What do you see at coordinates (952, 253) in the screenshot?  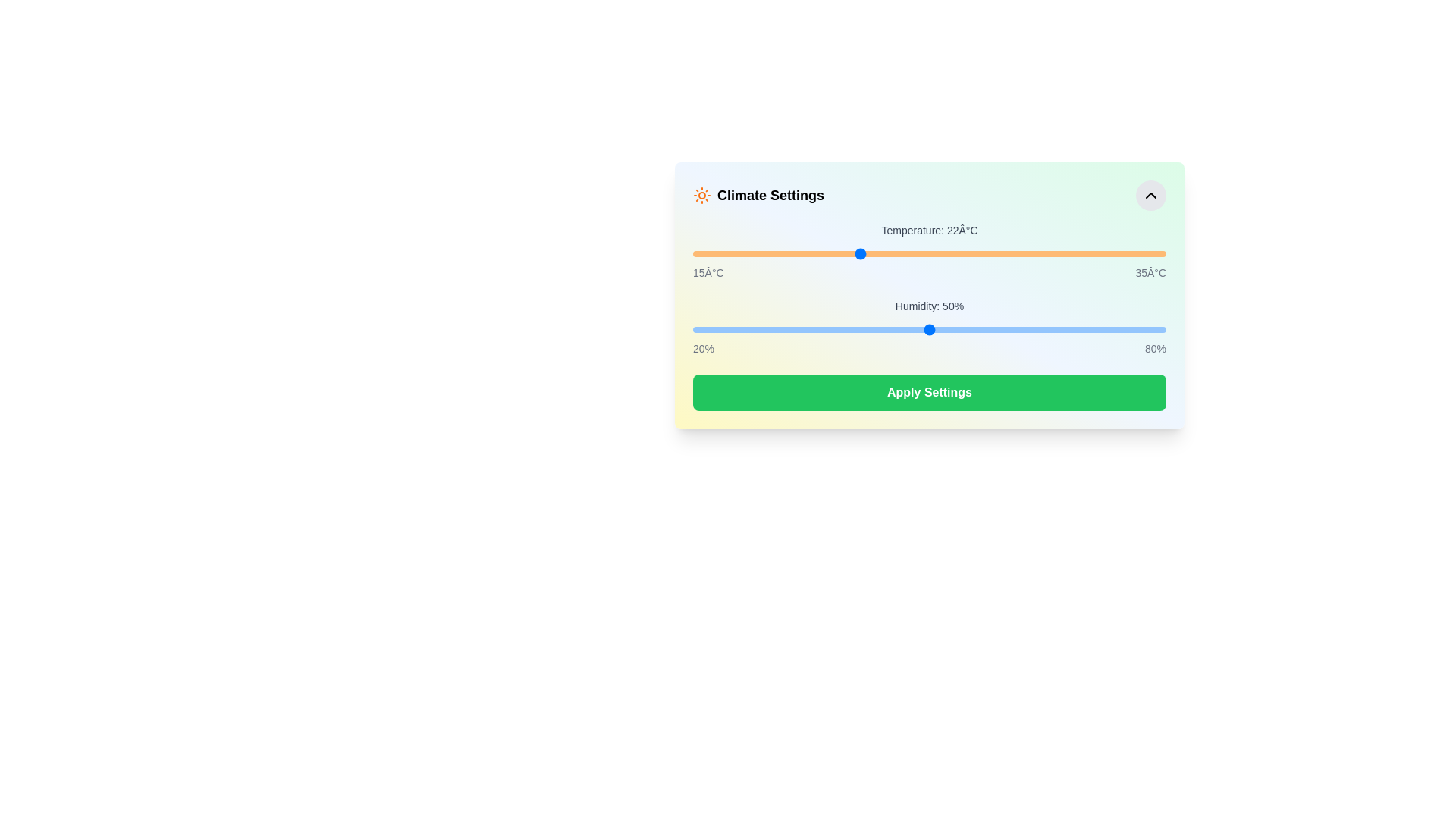 I see `the temperature` at bounding box center [952, 253].